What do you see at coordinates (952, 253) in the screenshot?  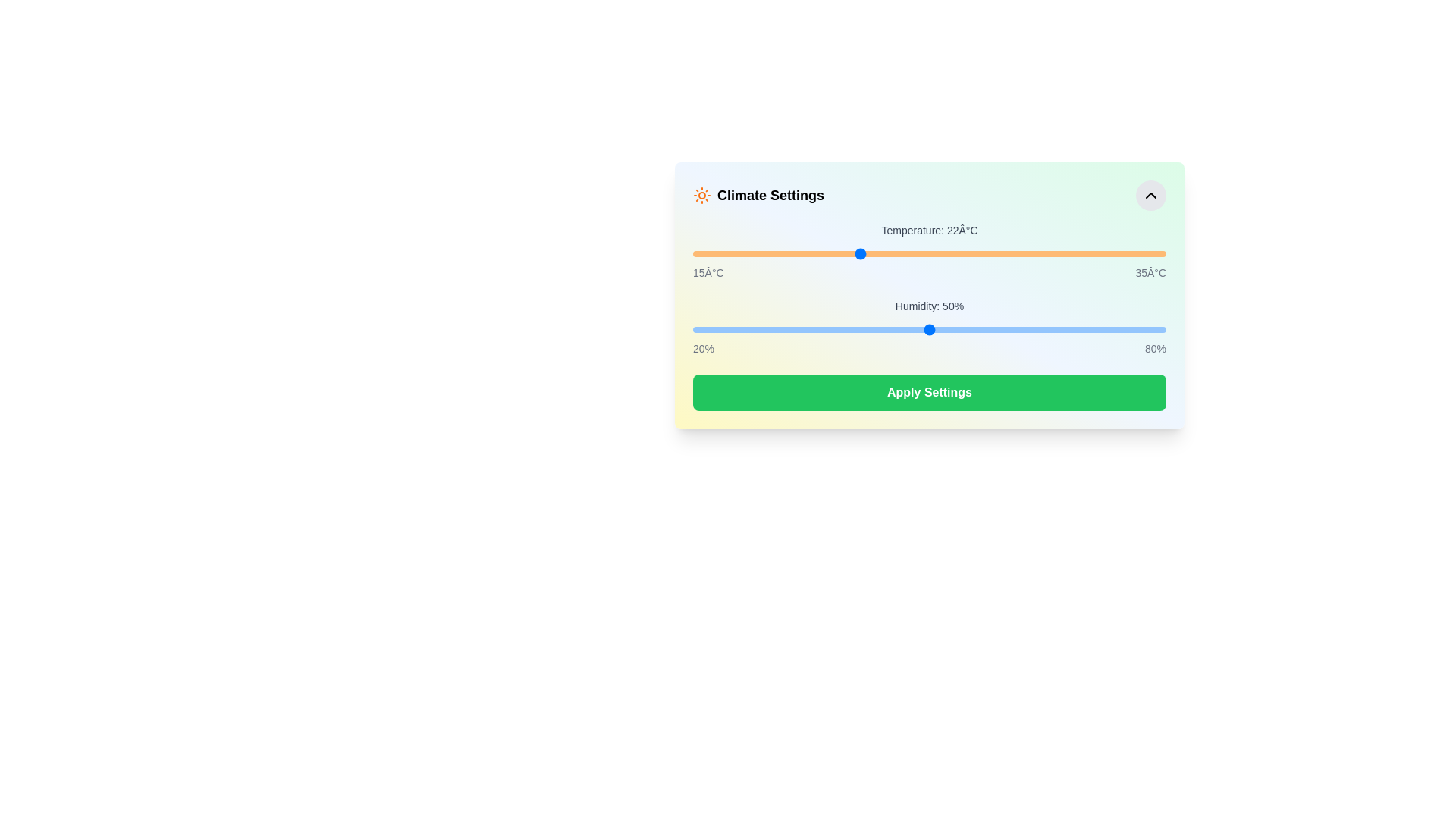 I see `the temperature` at bounding box center [952, 253].